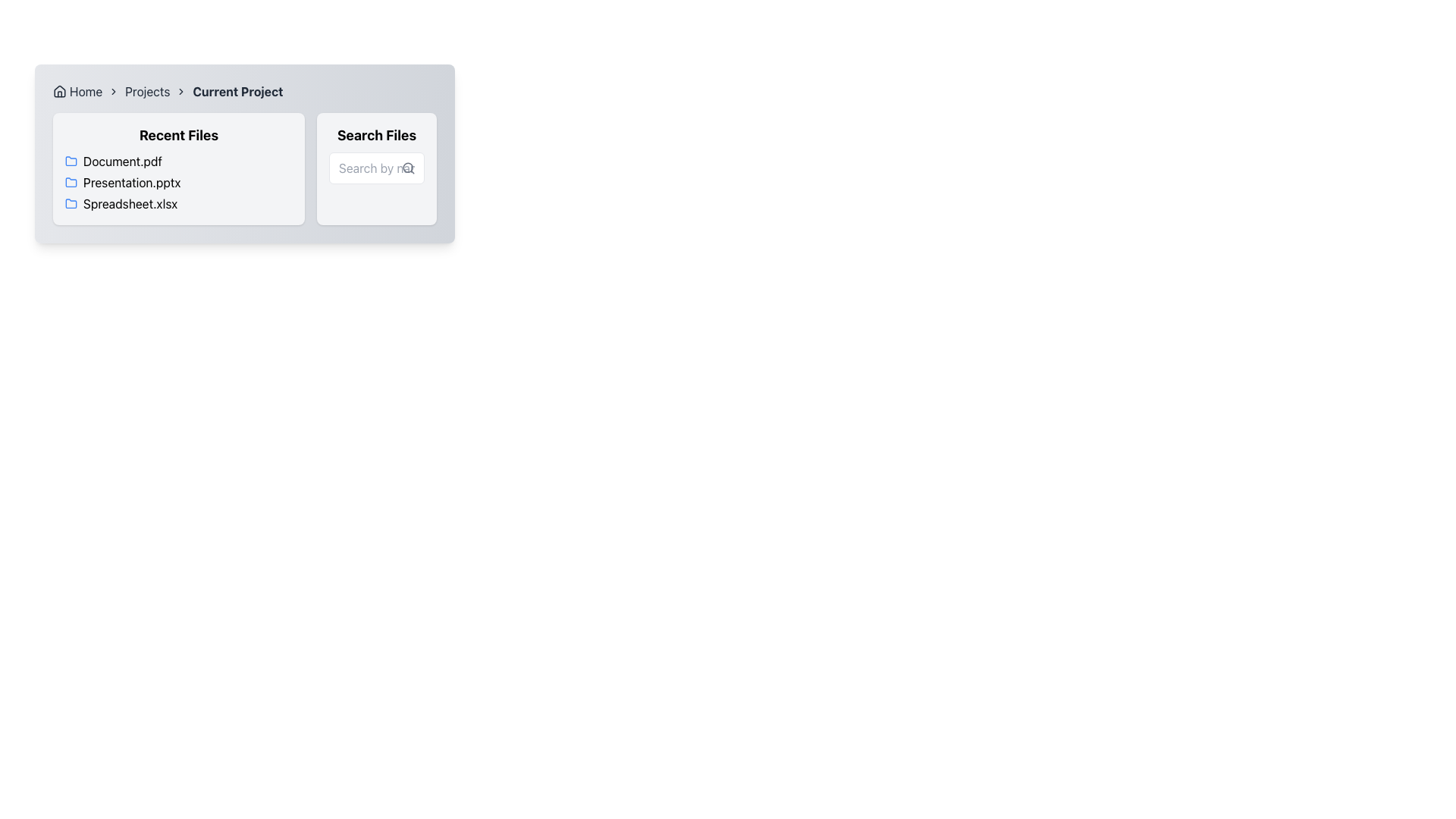  Describe the element at coordinates (237, 91) in the screenshot. I see `the text label 'Current Project' located at the far-right of the breadcrumb navigation chain` at that location.